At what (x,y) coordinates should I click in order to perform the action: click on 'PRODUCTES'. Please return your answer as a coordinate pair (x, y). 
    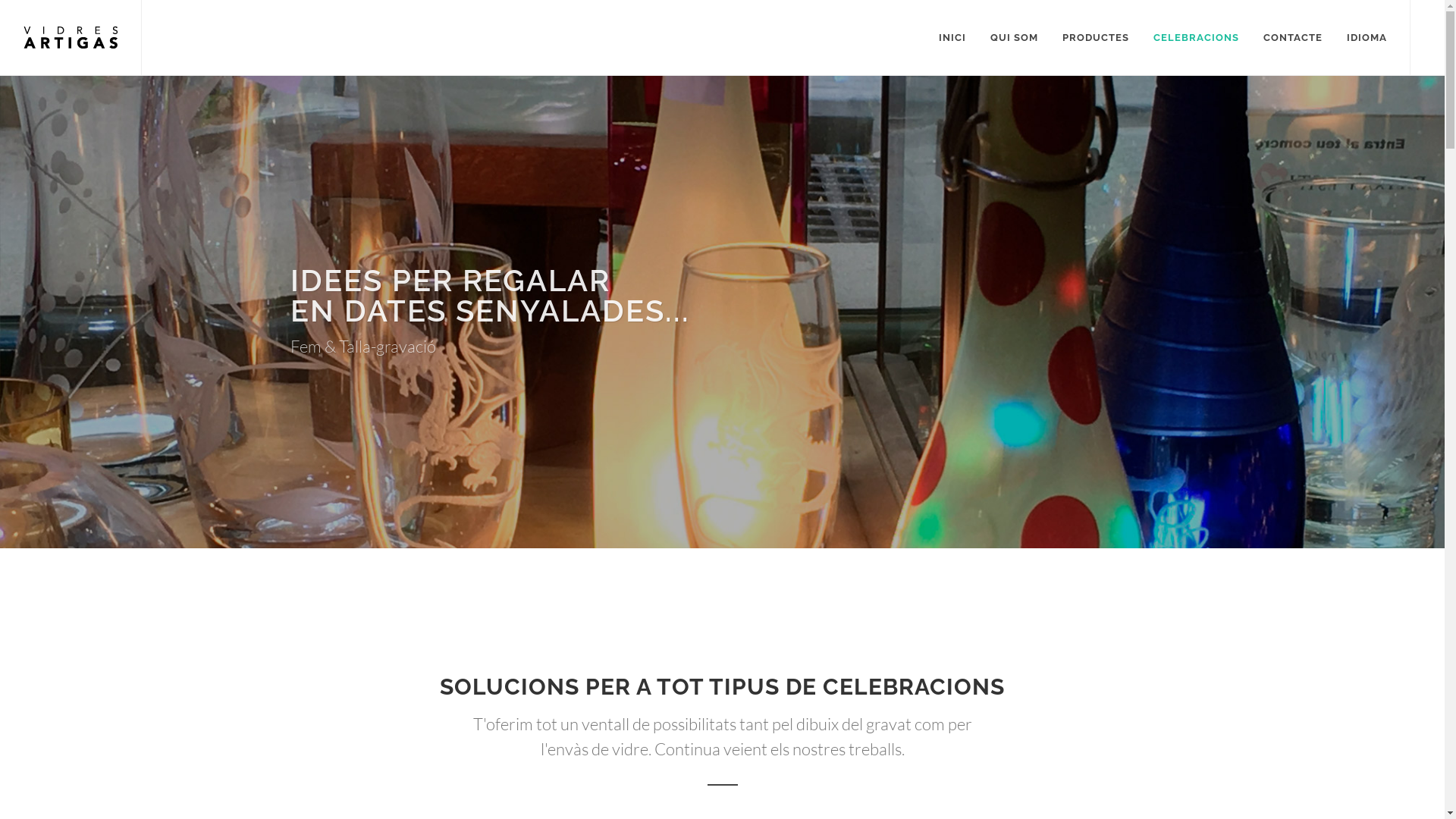
    Looking at the image, I should click on (1050, 37).